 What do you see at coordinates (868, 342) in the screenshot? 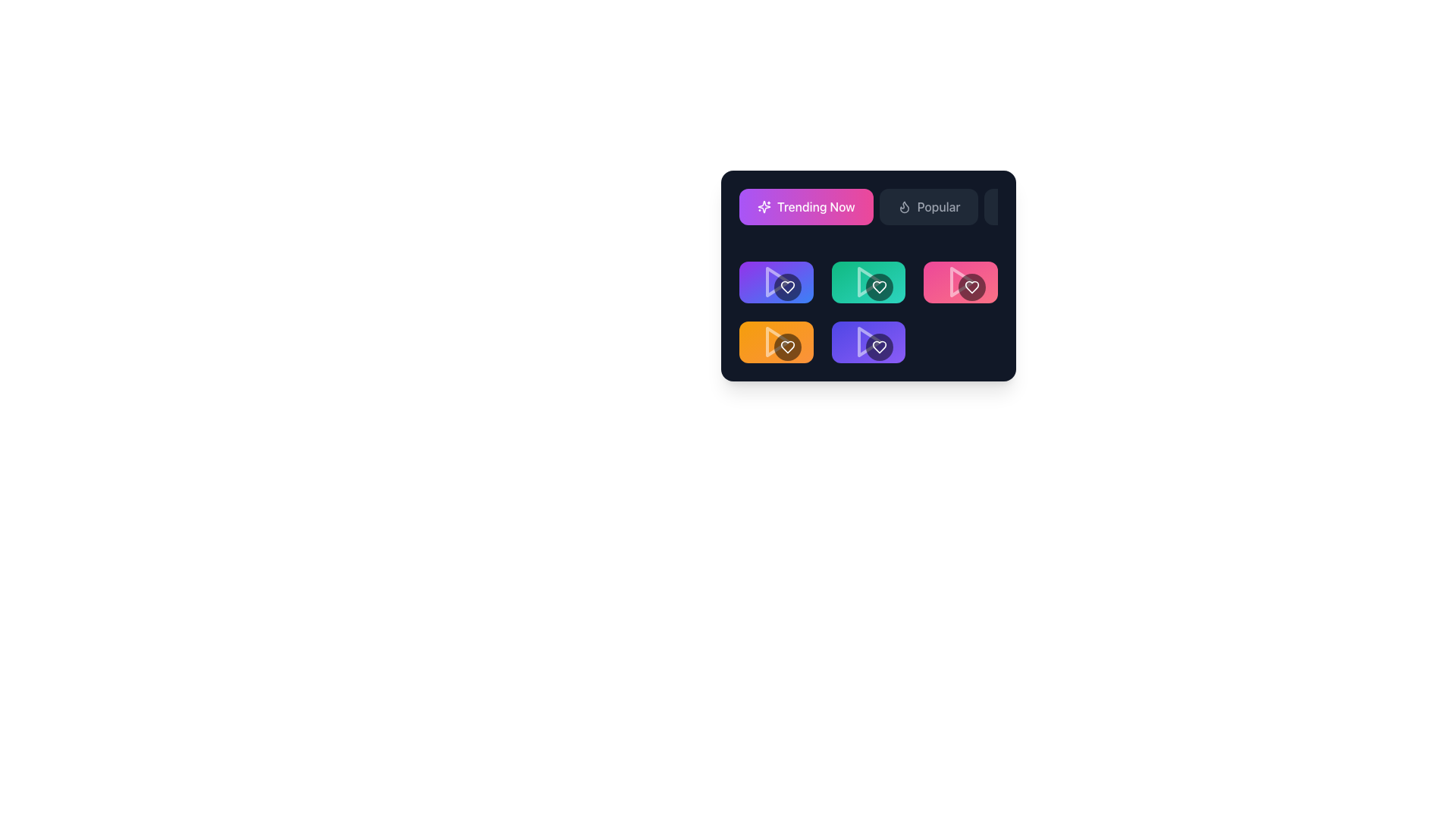
I see `the triangular play icon outlined in white, which is positioned over a purple circular background to initiate playback` at bounding box center [868, 342].